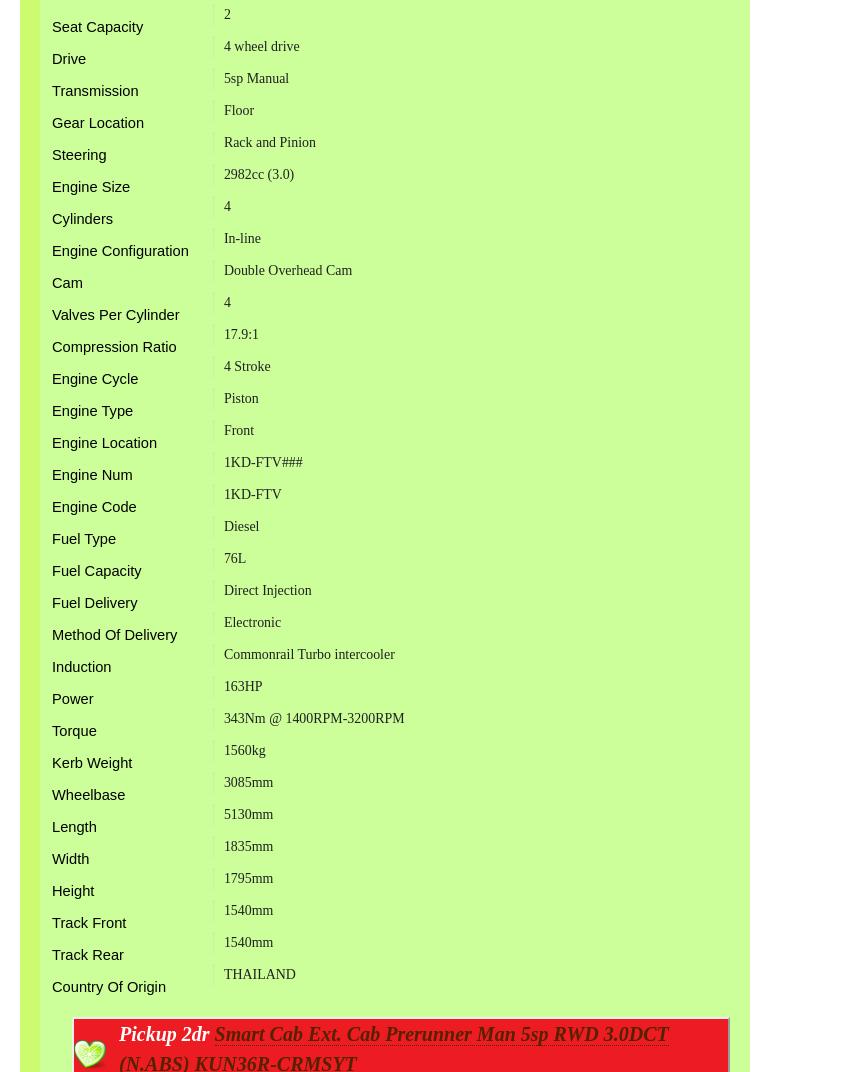 Image resolution: width=845 pixels, height=1072 pixels. Describe the element at coordinates (268, 140) in the screenshot. I see `'Rack and Pinion'` at that location.